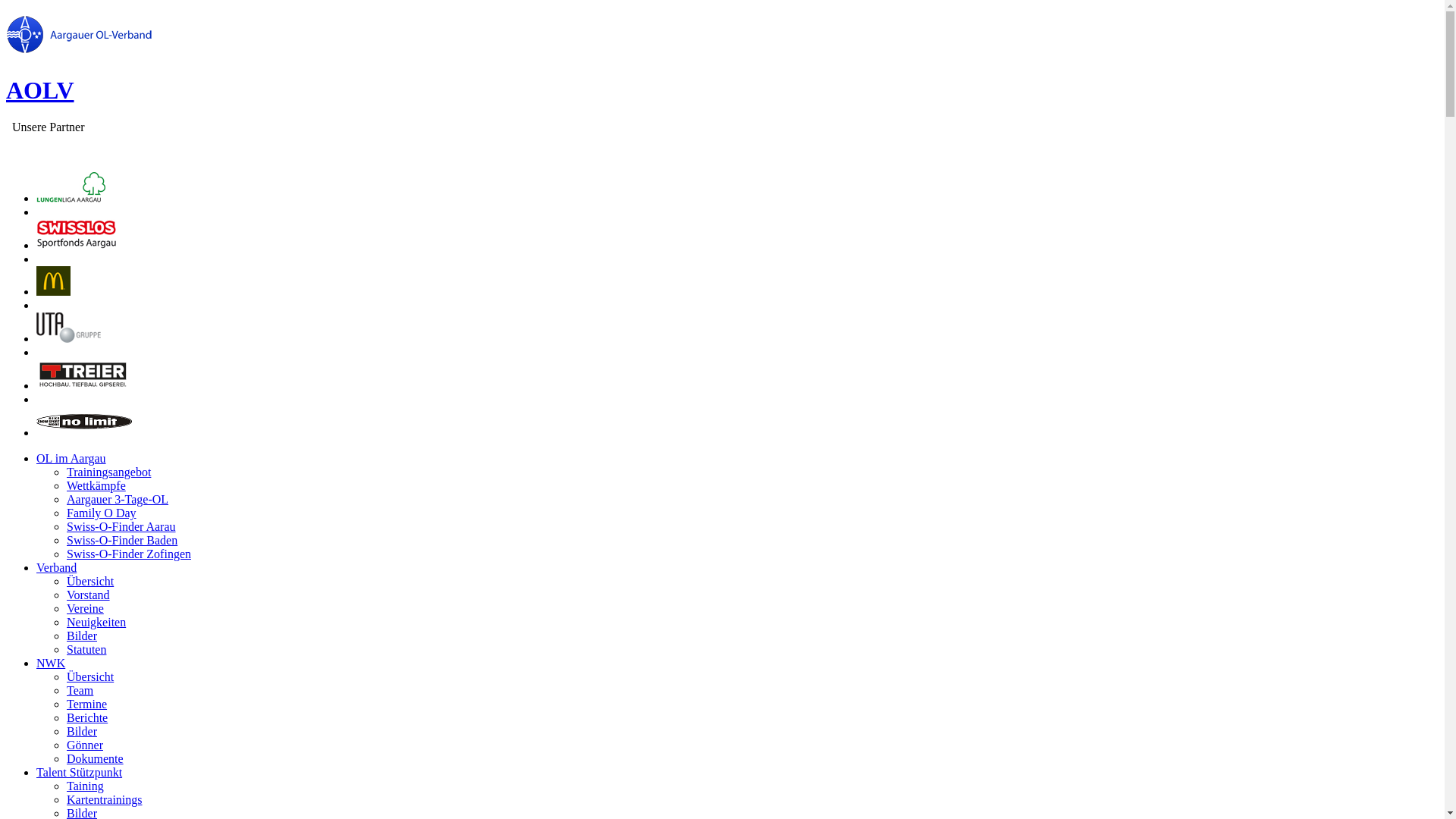 The width and height of the screenshot is (1456, 819). Describe the element at coordinates (95, 622) in the screenshot. I see `'Neuigkeiten'` at that location.